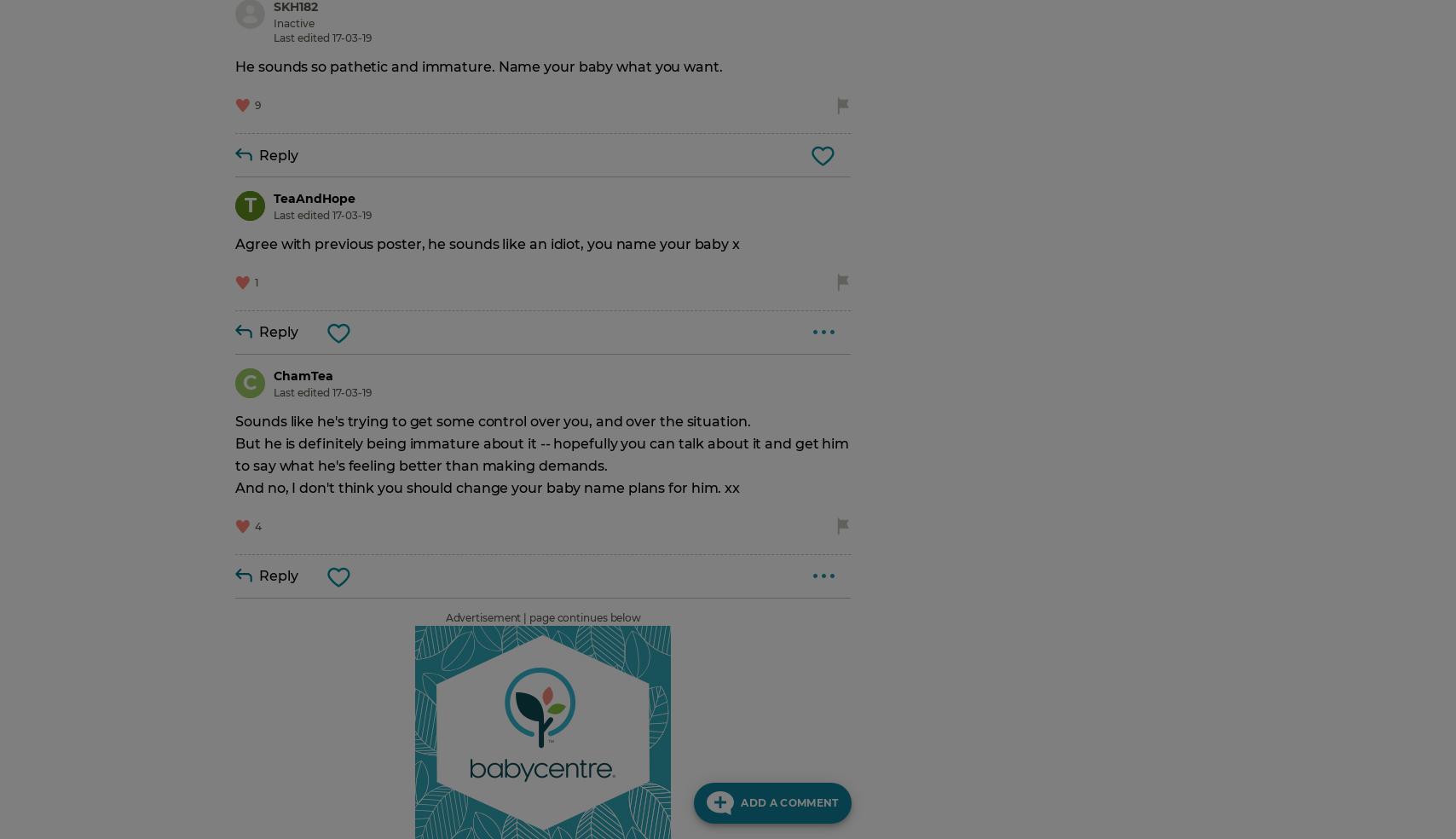  What do you see at coordinates (257, 525) in the screenshot?
I see `'4'` at bounding box center [257, 525].